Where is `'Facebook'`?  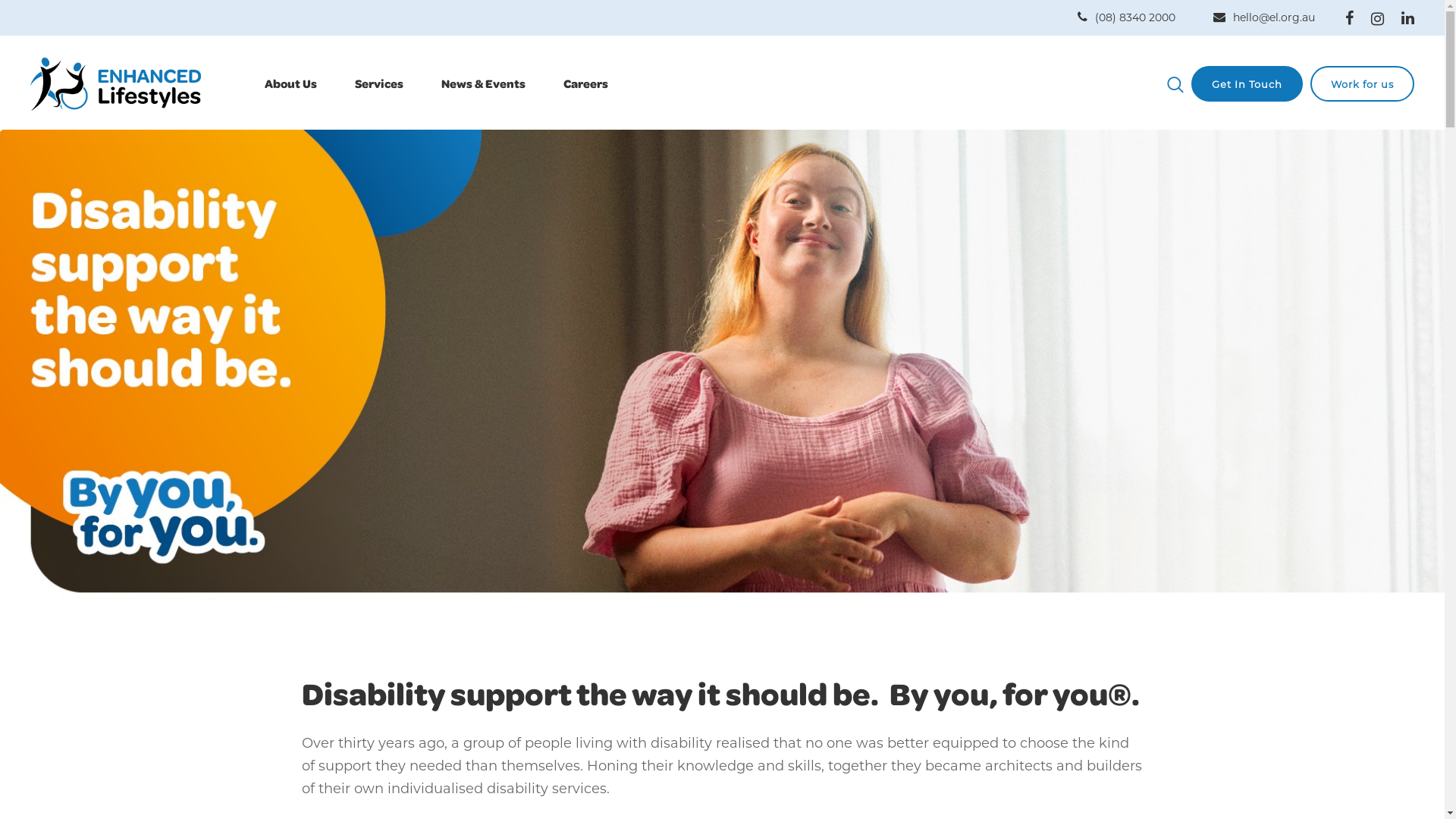 'Facebook' is located at coordinates (1349, 17).